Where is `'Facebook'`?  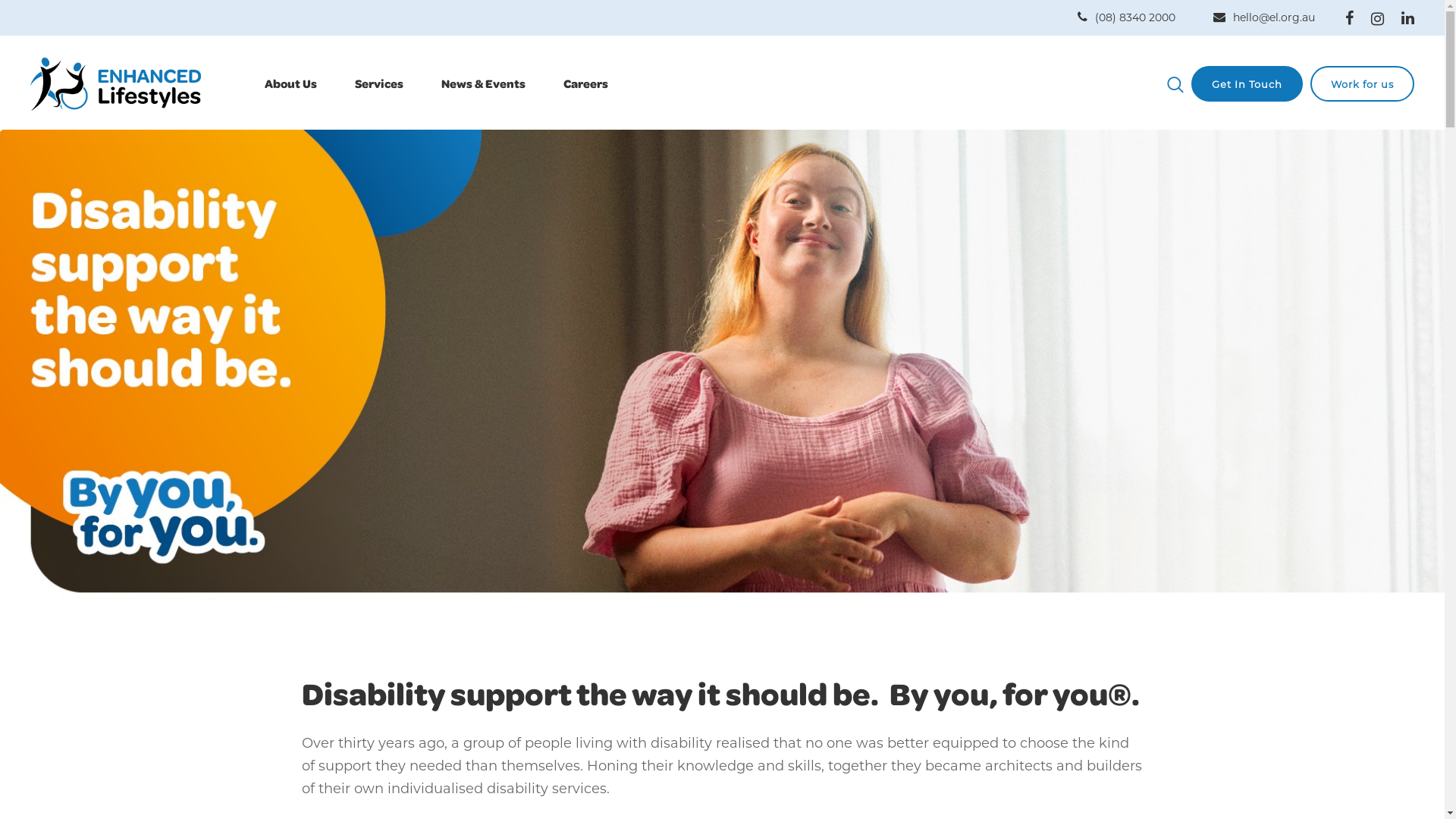 'Facebook' is located at coordinates (1349, 17).